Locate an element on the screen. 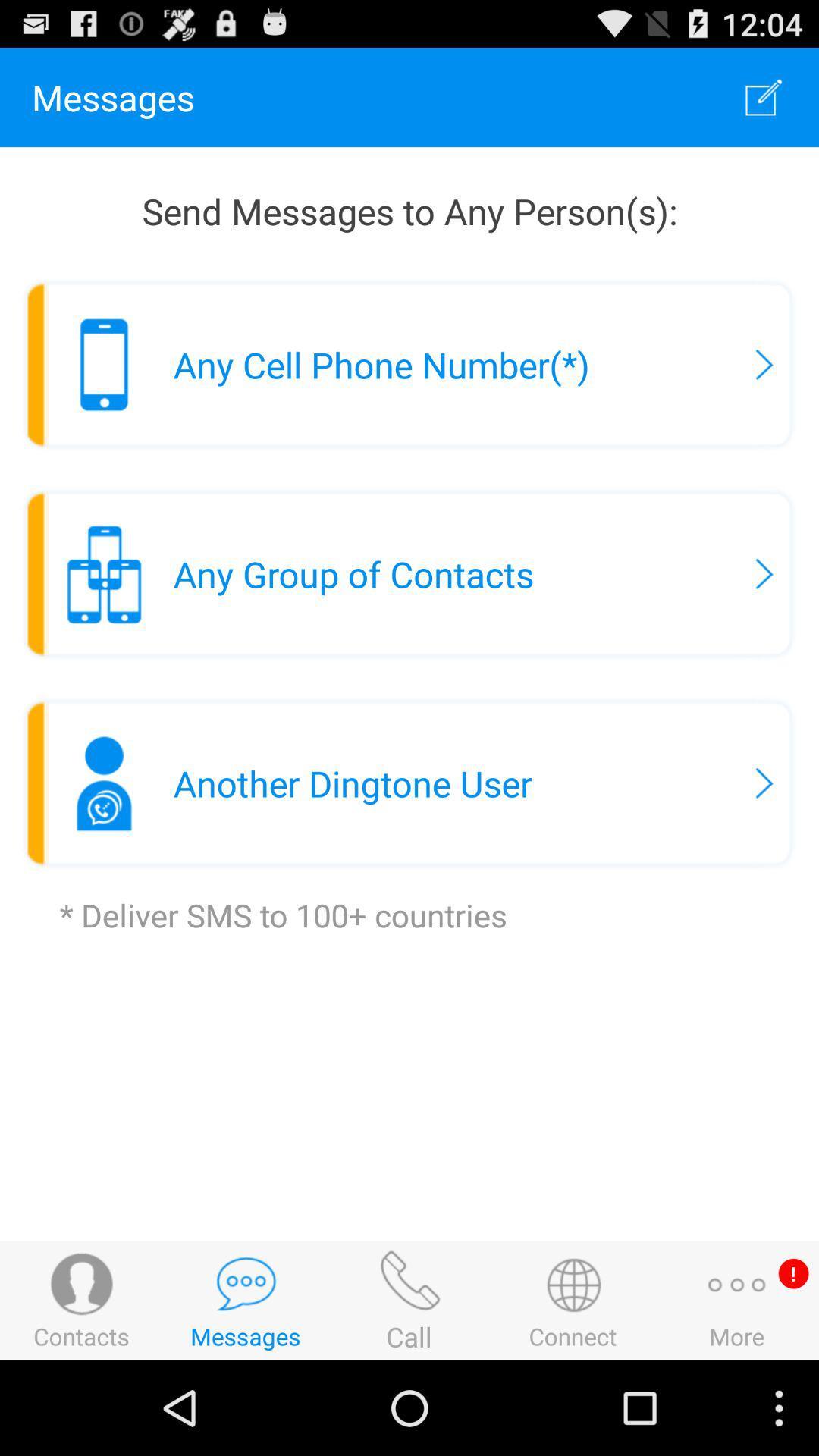  to type message is located at coordinates (764, 96).